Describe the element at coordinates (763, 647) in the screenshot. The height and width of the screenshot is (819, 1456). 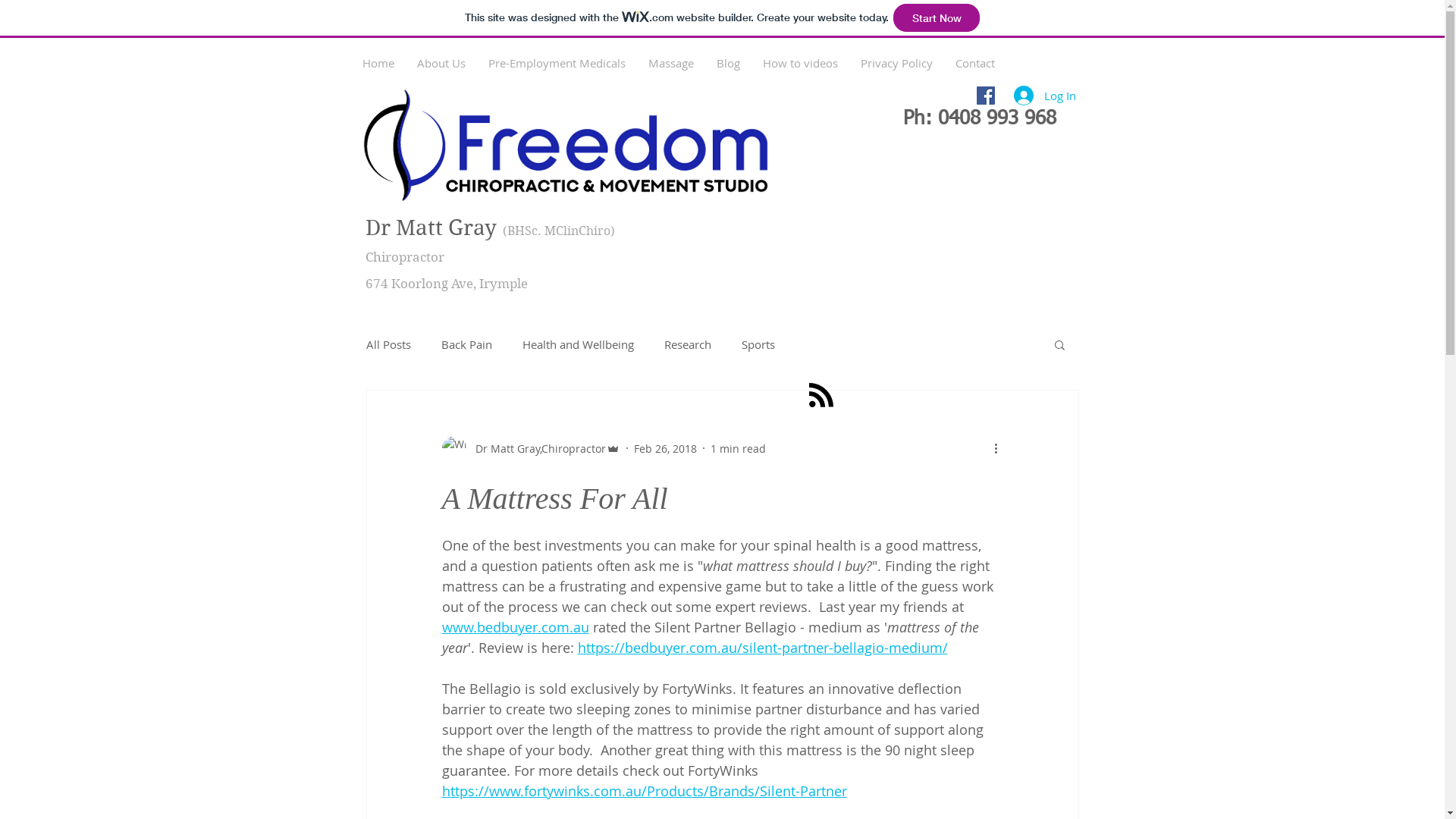
I see `'https://bedbuyer.com.au/silent-partner-bellagio-medium/'` at that location.